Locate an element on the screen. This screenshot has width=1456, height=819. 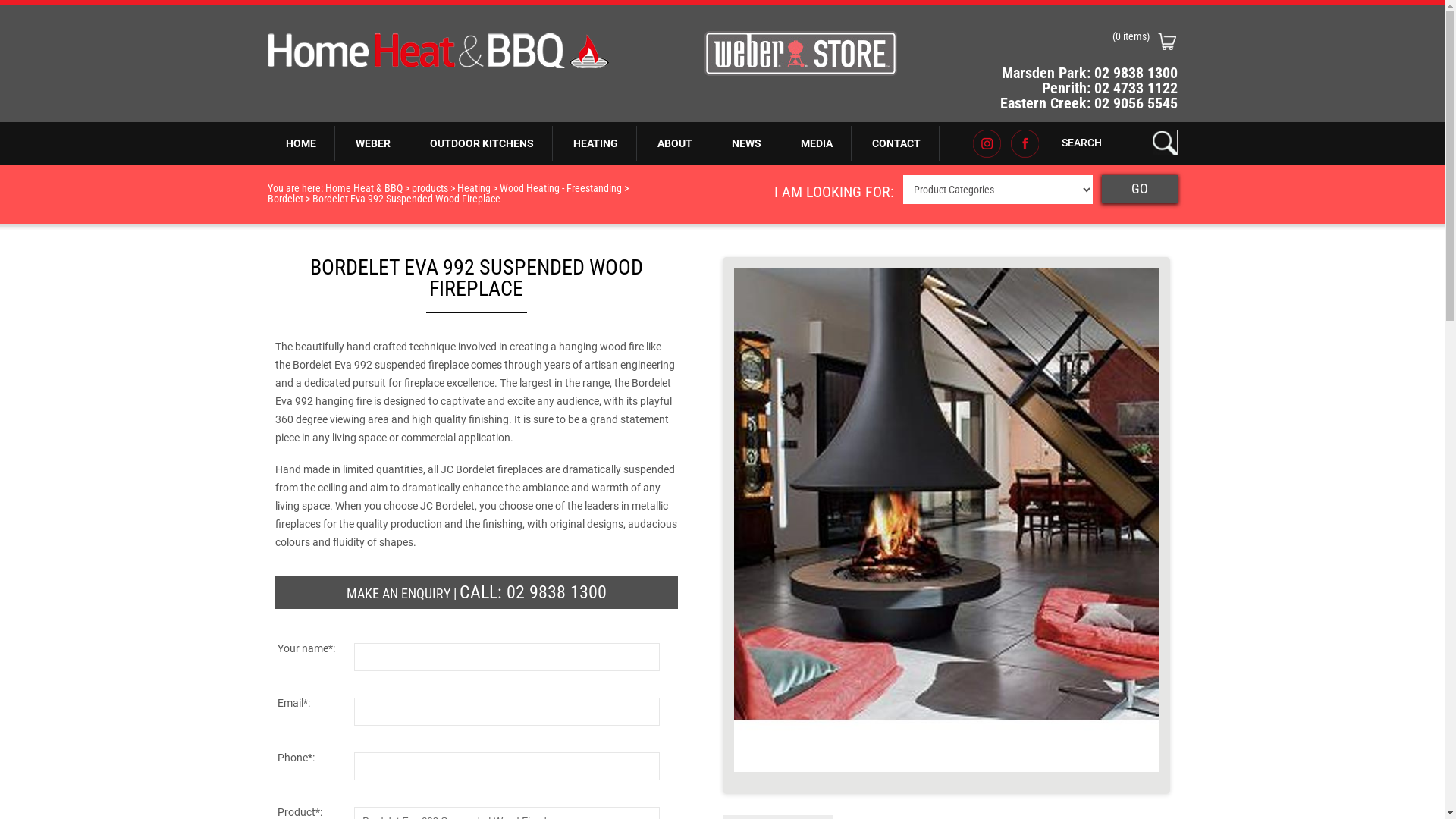
'Bordelet' is located at coordinates (284, 198).